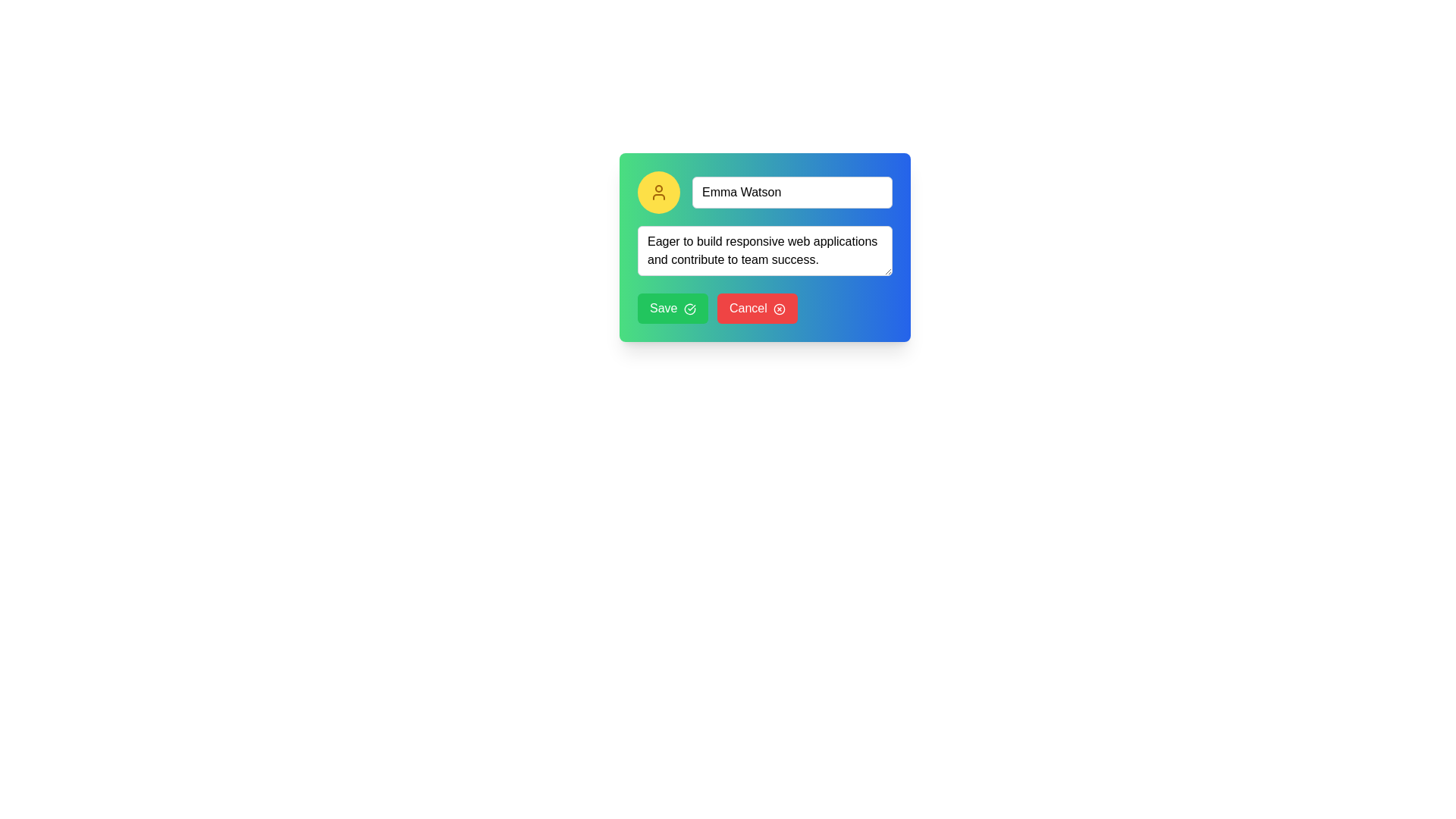 The width and height of the screenshot is (1456, 819). Describe the element at coordinates (689, 308) in the screenshot. I see `details associated with the circular checkmark icon within the 'Save' button located in the lower left section of the interface` at that location.